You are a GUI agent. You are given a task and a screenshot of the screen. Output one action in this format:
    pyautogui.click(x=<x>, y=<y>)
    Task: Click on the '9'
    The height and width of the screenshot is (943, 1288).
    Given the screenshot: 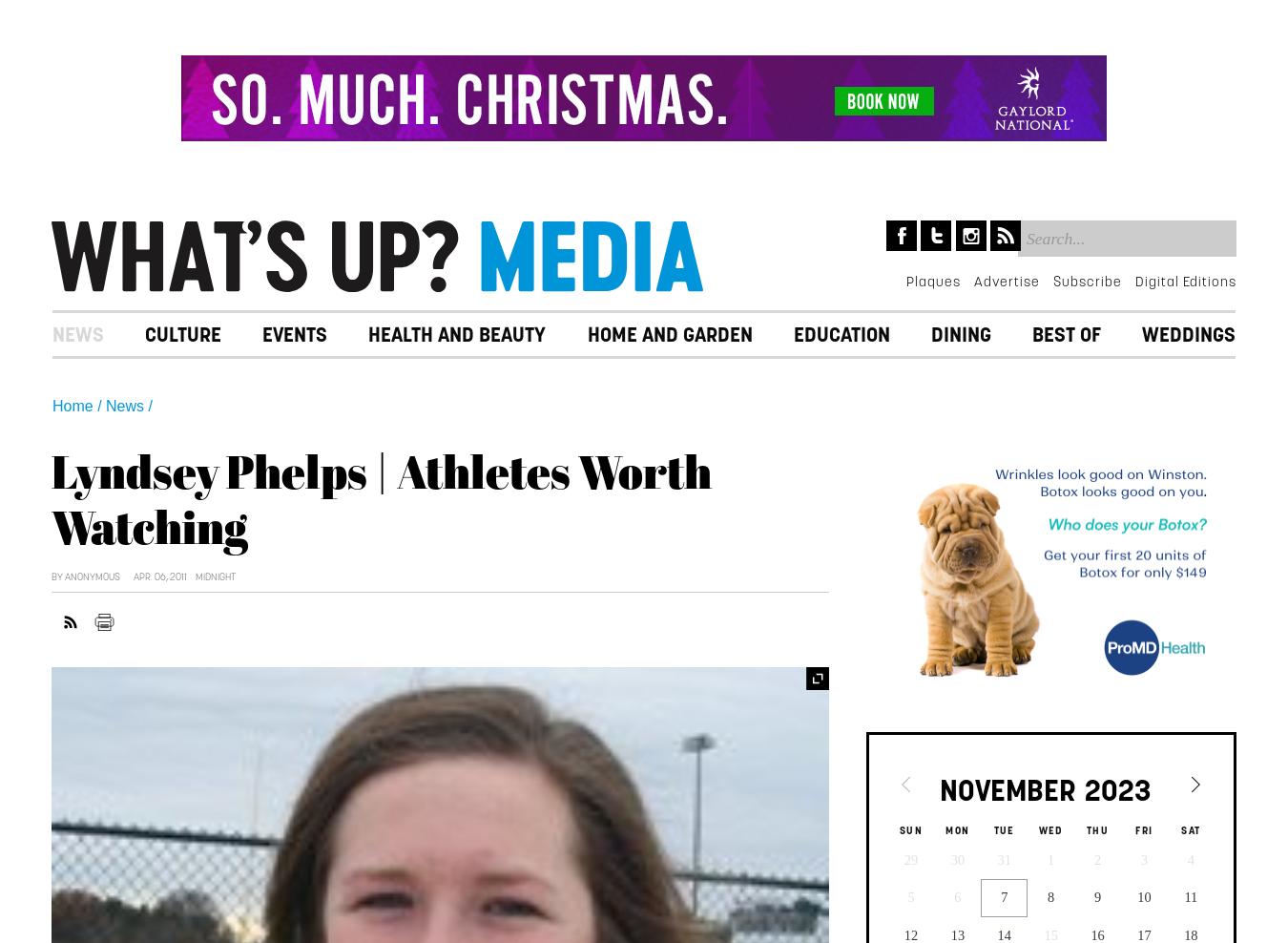 What is the action you would take?
    pyautogui.click(x=1096, y=896)
    